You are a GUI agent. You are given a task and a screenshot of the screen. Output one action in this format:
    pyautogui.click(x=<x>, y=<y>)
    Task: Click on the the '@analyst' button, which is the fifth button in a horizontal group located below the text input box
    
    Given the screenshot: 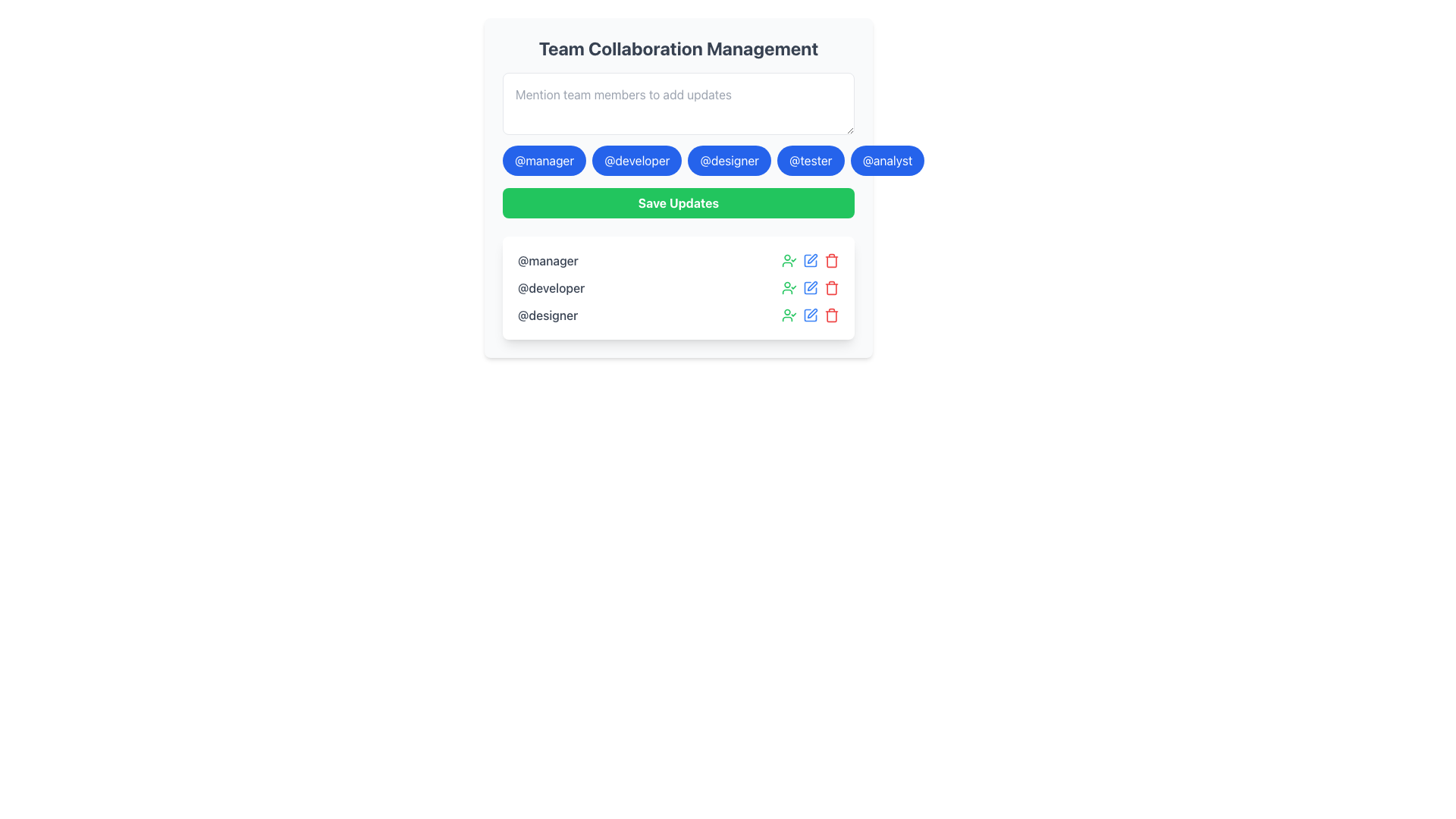 What is the action you would take?
    pyautogui.click(x=887, y=161)
    